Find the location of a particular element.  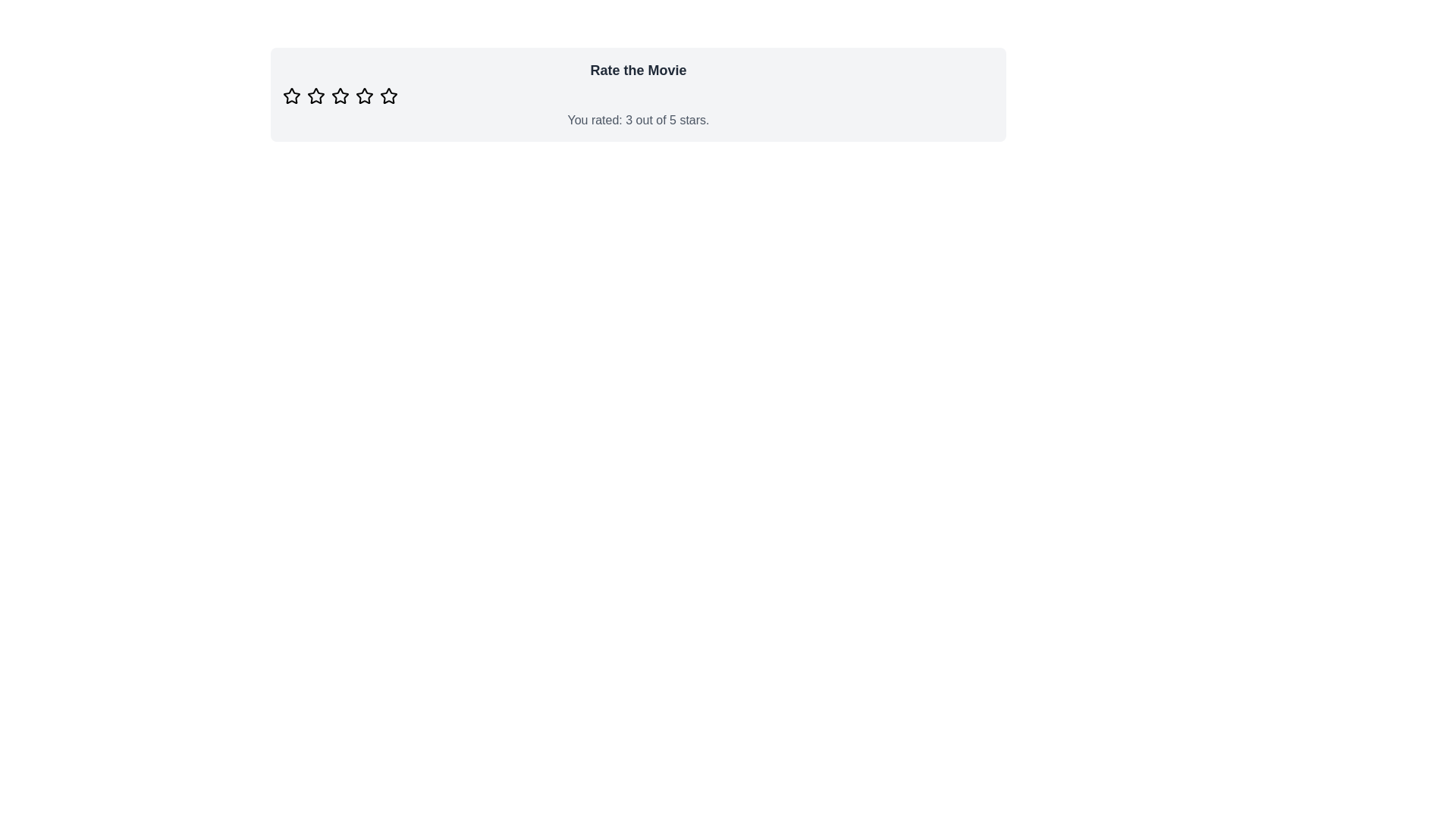

the heading text by clicking on it is located at coordinates (638, 70).